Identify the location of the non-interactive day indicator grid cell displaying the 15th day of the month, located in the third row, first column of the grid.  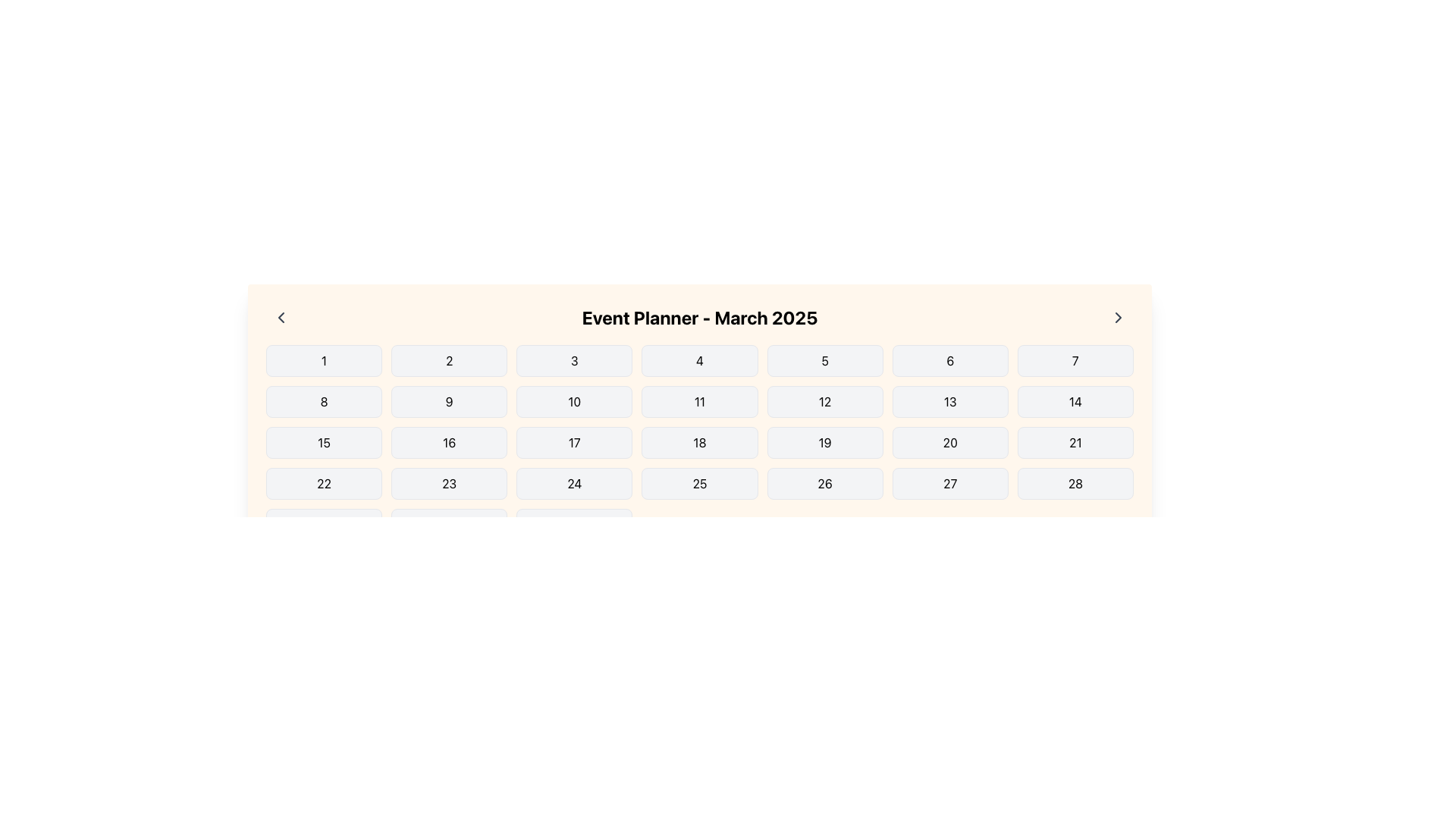
(323, 442).